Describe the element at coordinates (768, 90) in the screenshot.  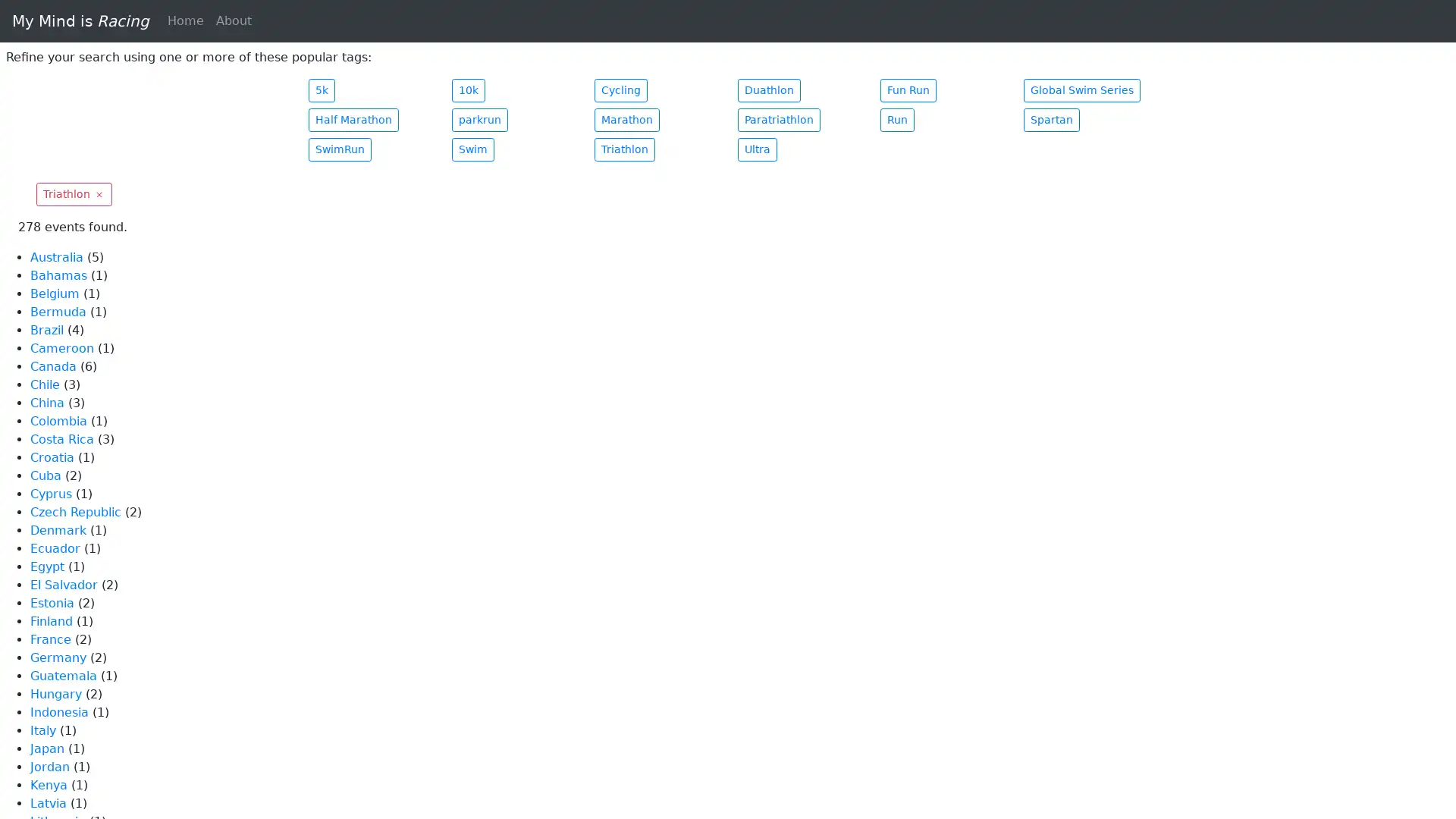
I see `Duathlon` at that location.